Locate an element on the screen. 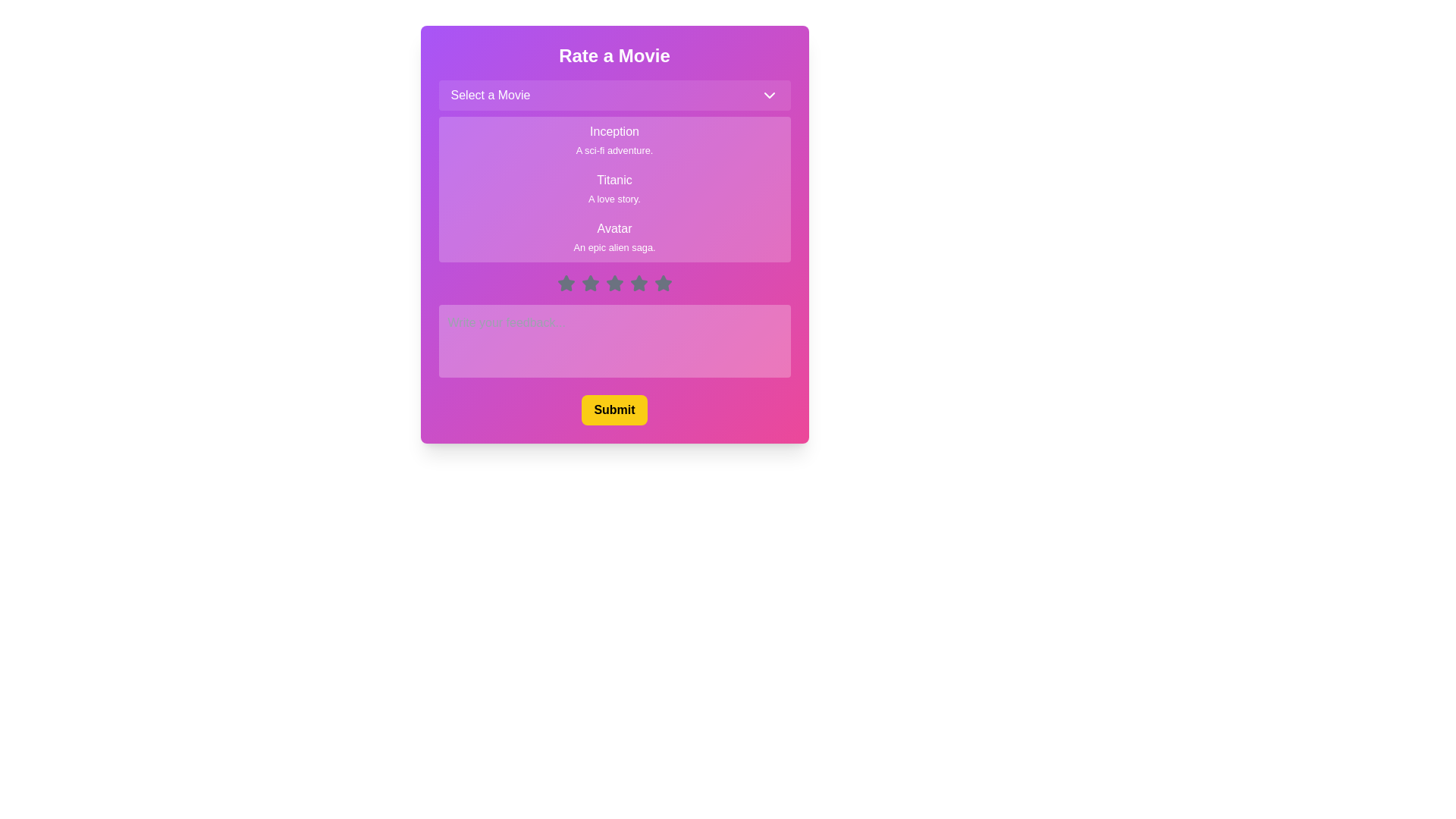 The width and height of the screenshot is (1456, 819). the third selectable movie option 'Avatar' in the list under 'Select a Movie' is located at coordinates (614, 237).